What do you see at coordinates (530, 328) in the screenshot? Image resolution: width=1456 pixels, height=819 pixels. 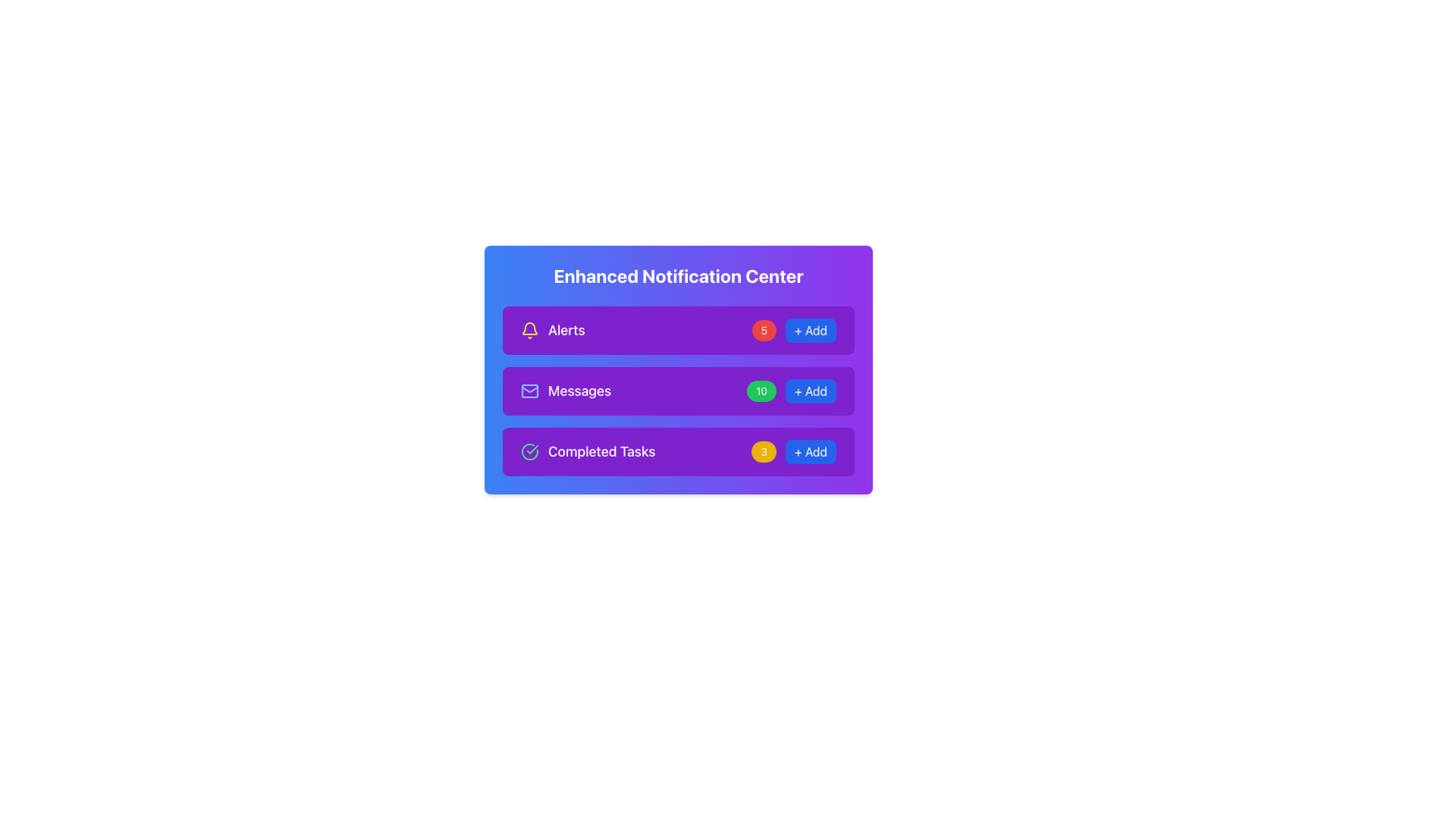 I see `the notification icon representing alerts in the interface, which is the first icon in a vertical list of notifications` at bounding box center [530, 328].